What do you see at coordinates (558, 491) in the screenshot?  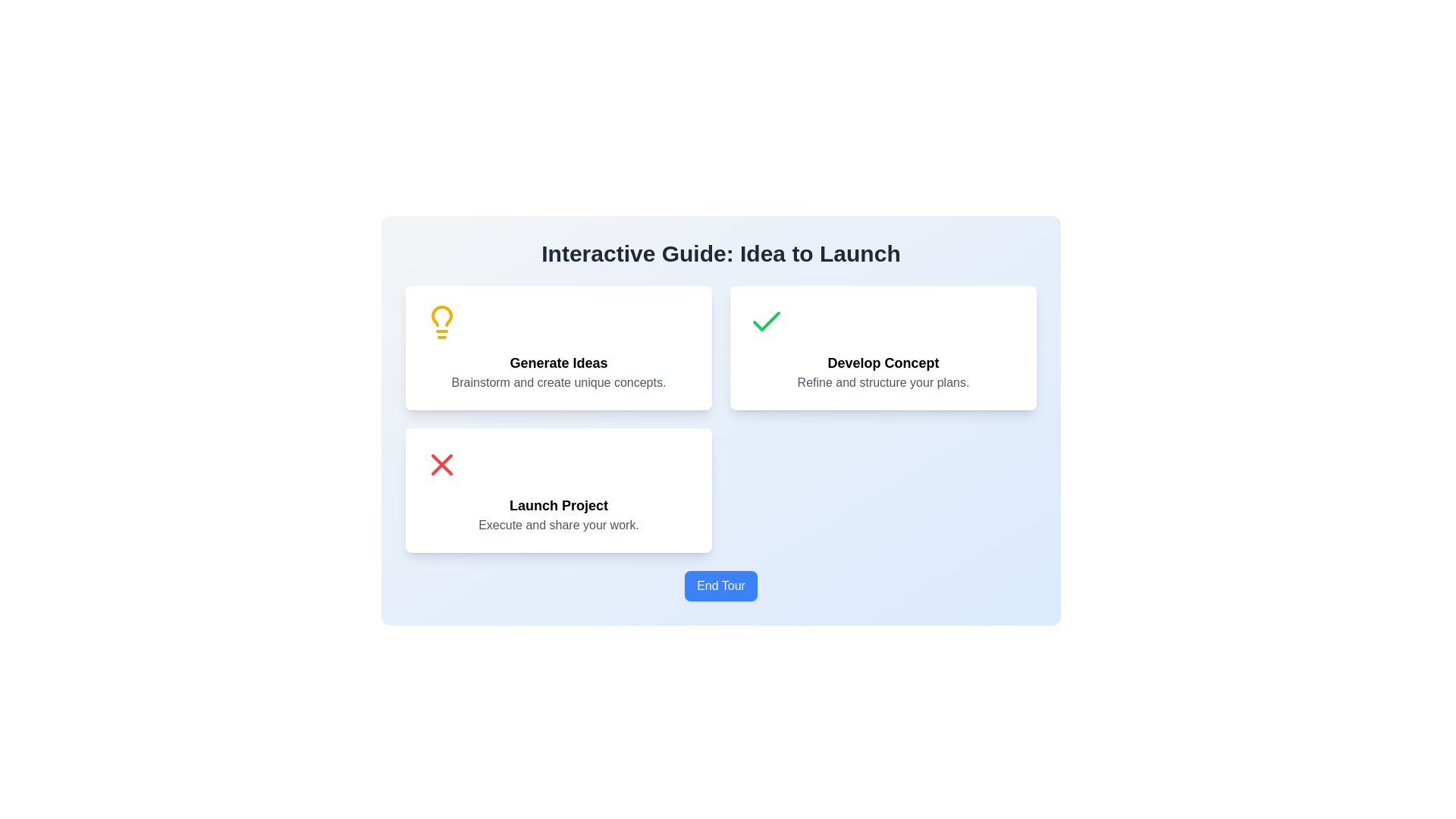 I see `the Info card titled 'Launch Project', which is a white card with a red cross icon, bold title, and a lighter gray subtitle located in the bottom-left portion of the grid layout` at bounding box center [558, 491].